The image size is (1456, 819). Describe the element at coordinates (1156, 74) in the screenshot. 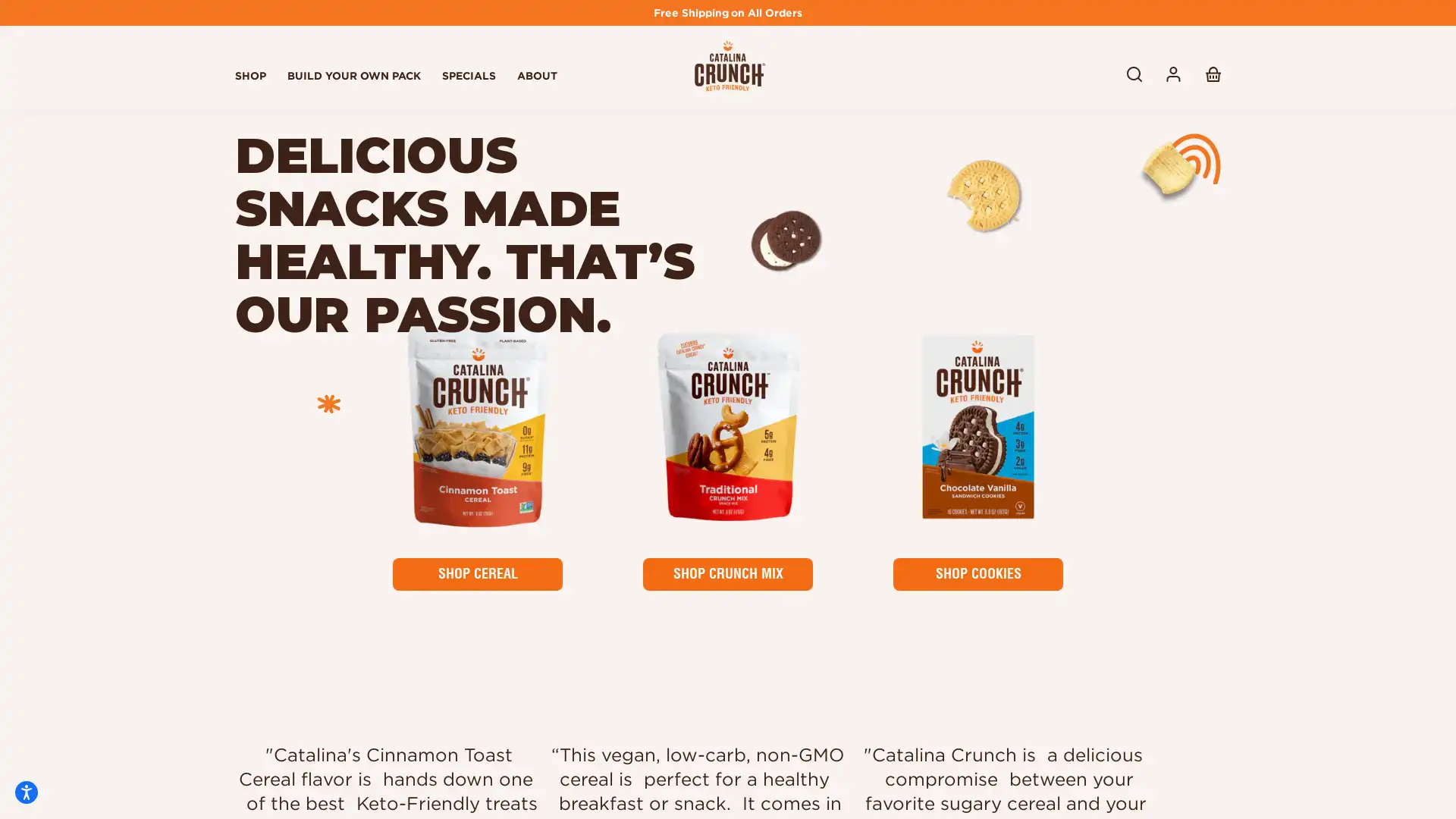

I see `Submit search` at that location.